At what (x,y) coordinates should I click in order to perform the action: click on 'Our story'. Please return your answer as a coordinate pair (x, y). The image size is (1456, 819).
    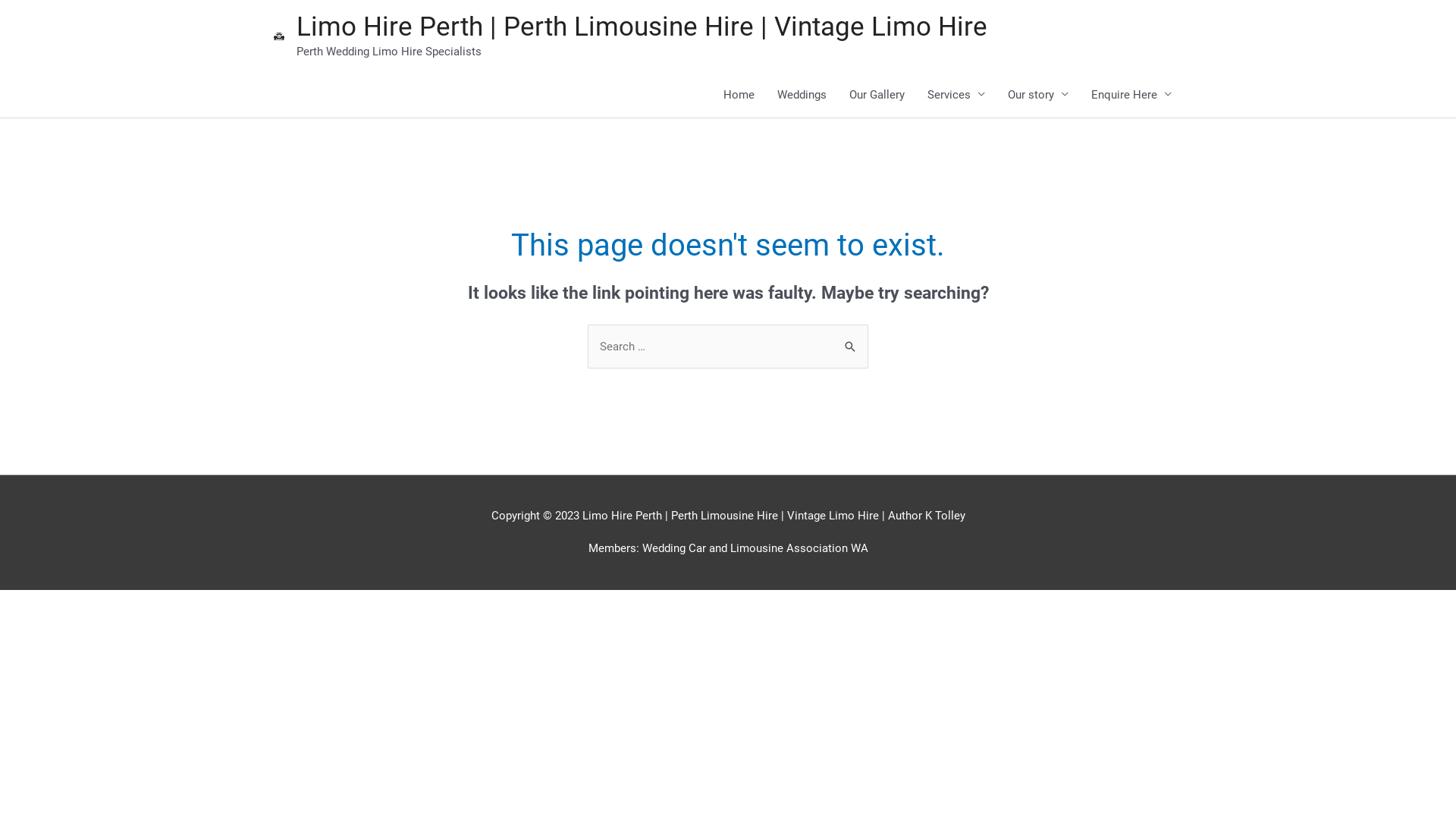
    Looking at the image, I should click on (1037, 93).